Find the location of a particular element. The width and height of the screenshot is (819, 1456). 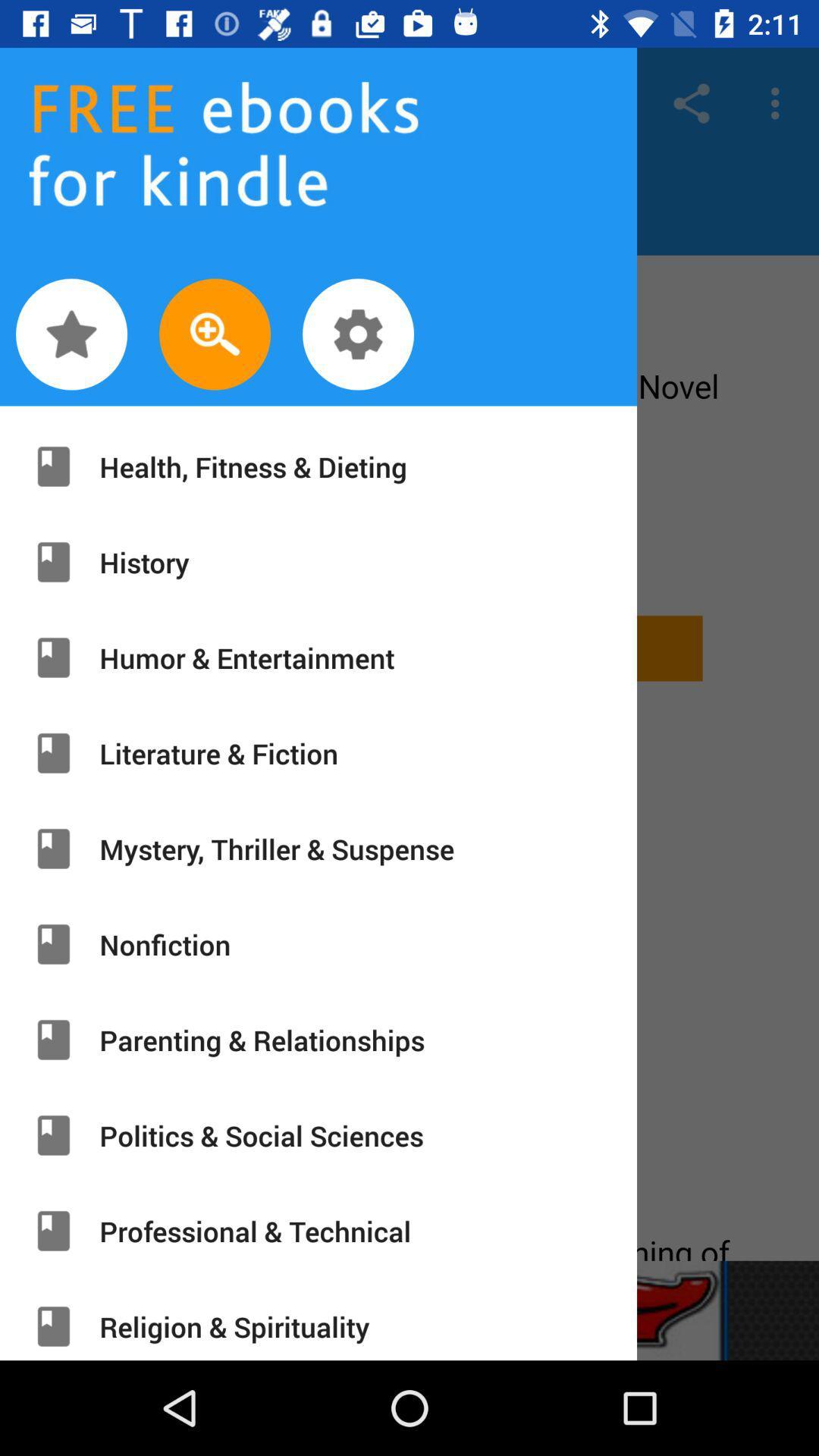

the share icon is located at coordinates (691, 102).